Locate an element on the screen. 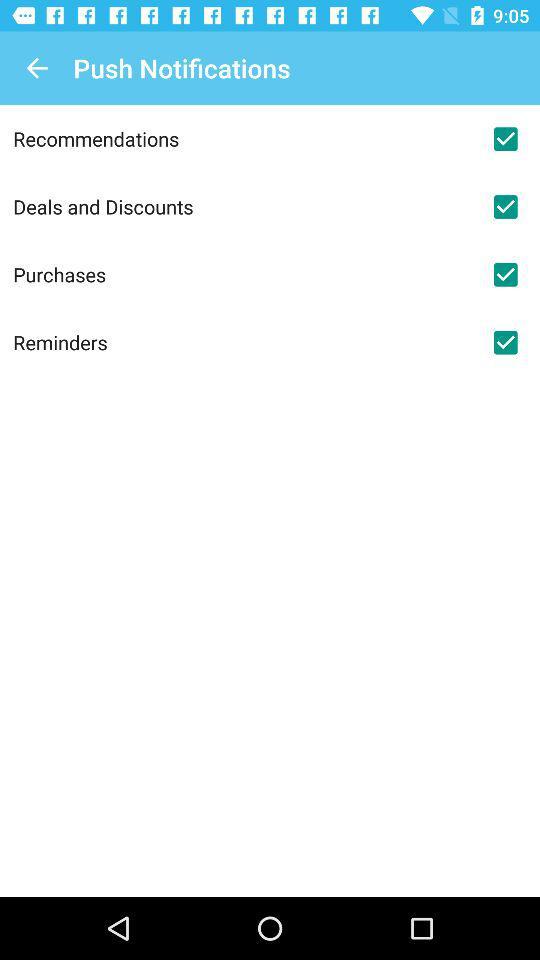 The width and height of the screenshot is (540, 960). the icon below the purchases item is located at coordinates (242, 342).